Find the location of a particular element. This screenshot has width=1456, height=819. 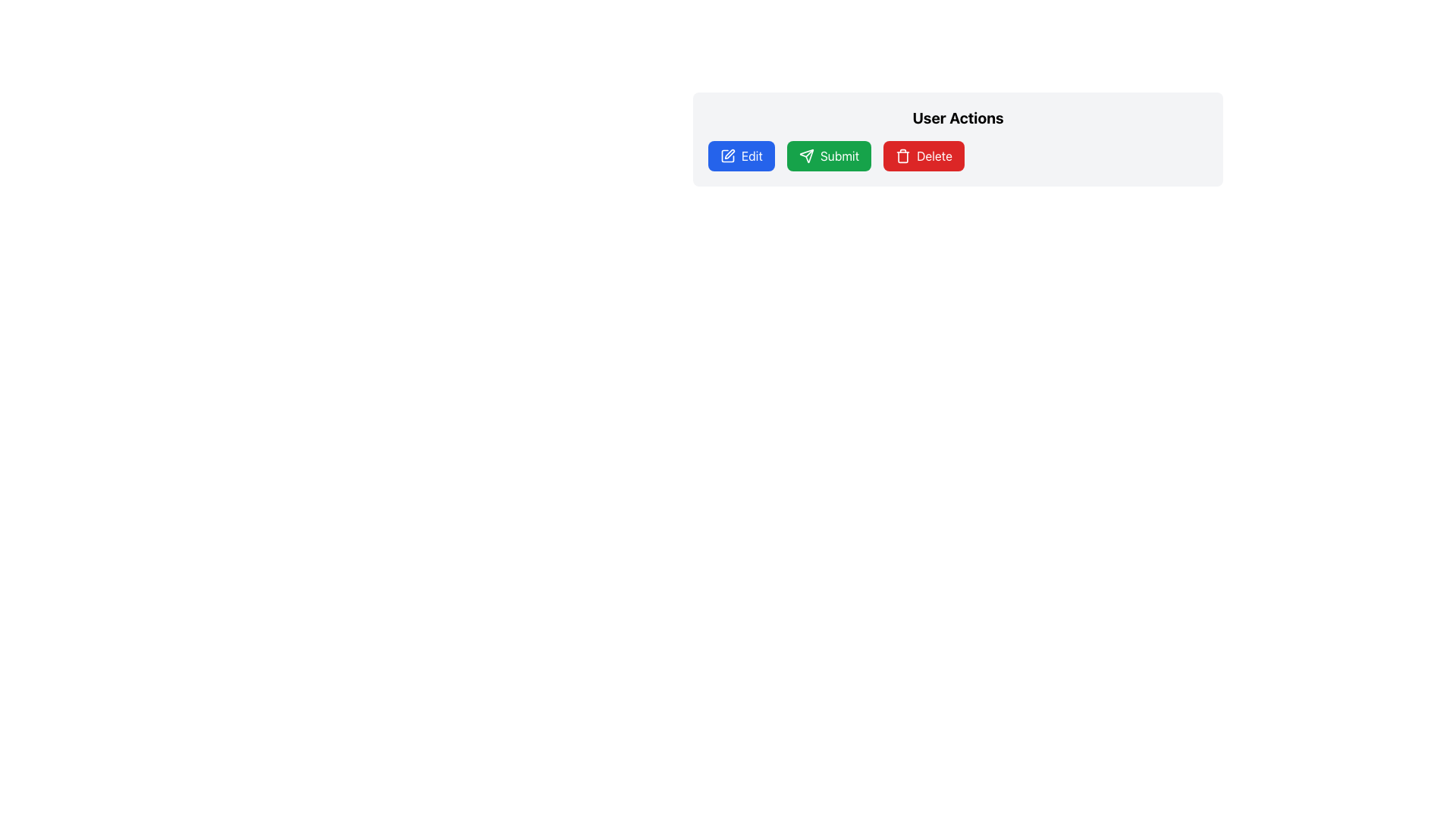

the 'Edit' text label, which is styled as white text on a blue background, located centrally within a button on the leftmost side of a row of three buttons below the label 'User Actions.' is located at coordinates (752, 155).